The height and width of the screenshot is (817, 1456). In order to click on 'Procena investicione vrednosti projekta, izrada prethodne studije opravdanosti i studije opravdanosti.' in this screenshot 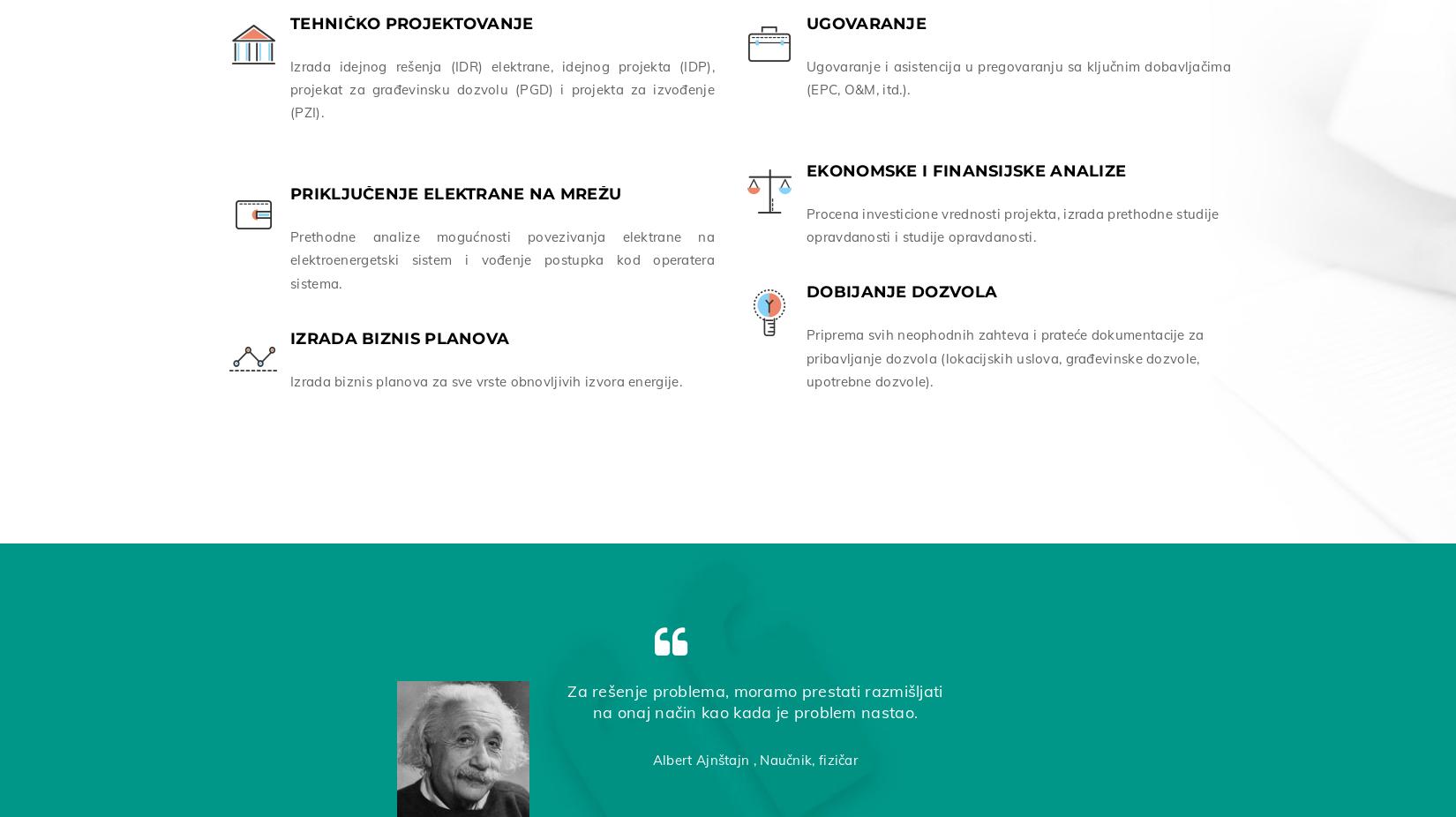, I will do `click(806, 221)`.